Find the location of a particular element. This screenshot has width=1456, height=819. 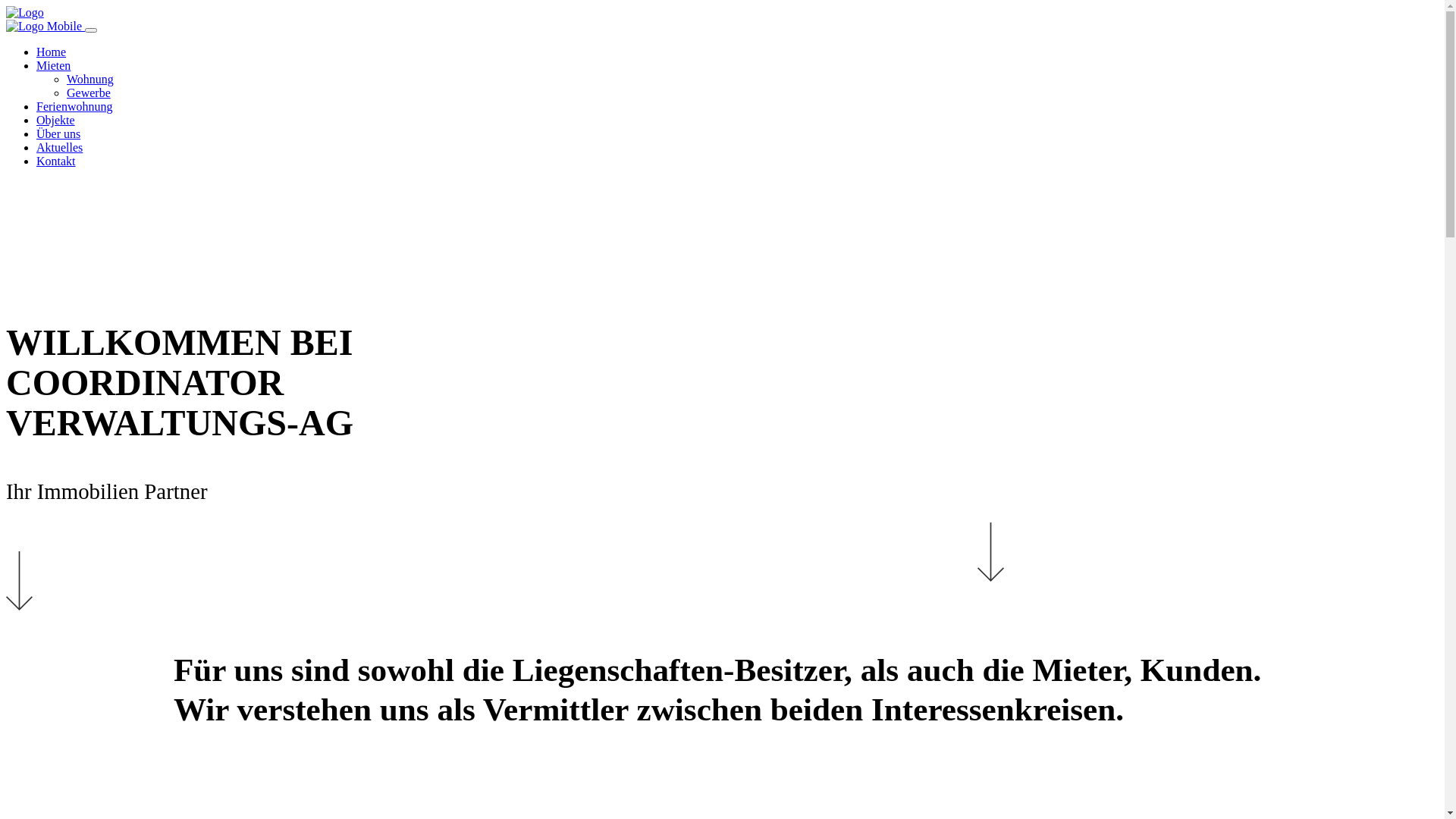

'Wohnung' is located at coordinates (89, 79).